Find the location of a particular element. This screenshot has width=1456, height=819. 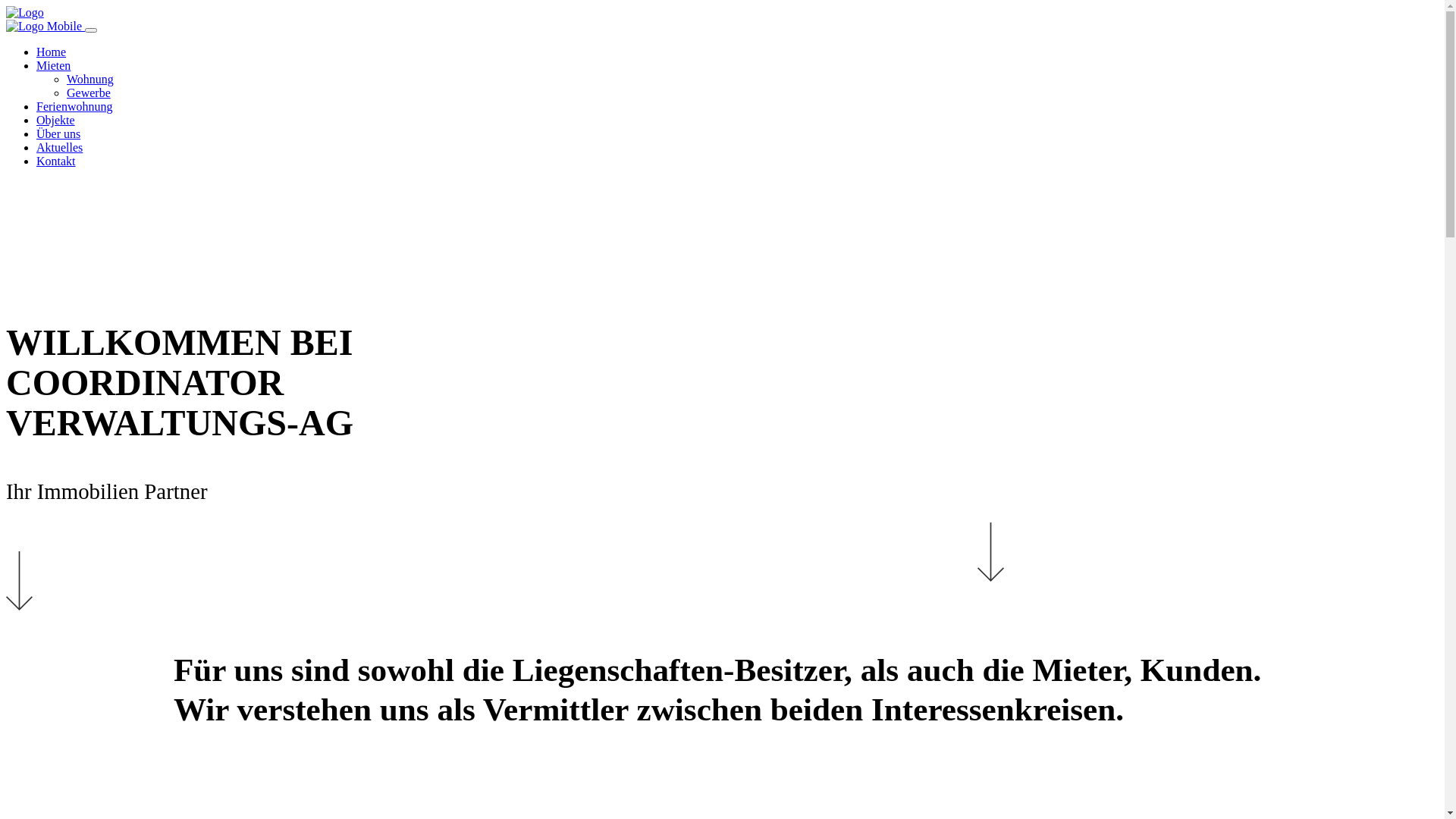

'Wohnung' is located at coordinates (89, 79).